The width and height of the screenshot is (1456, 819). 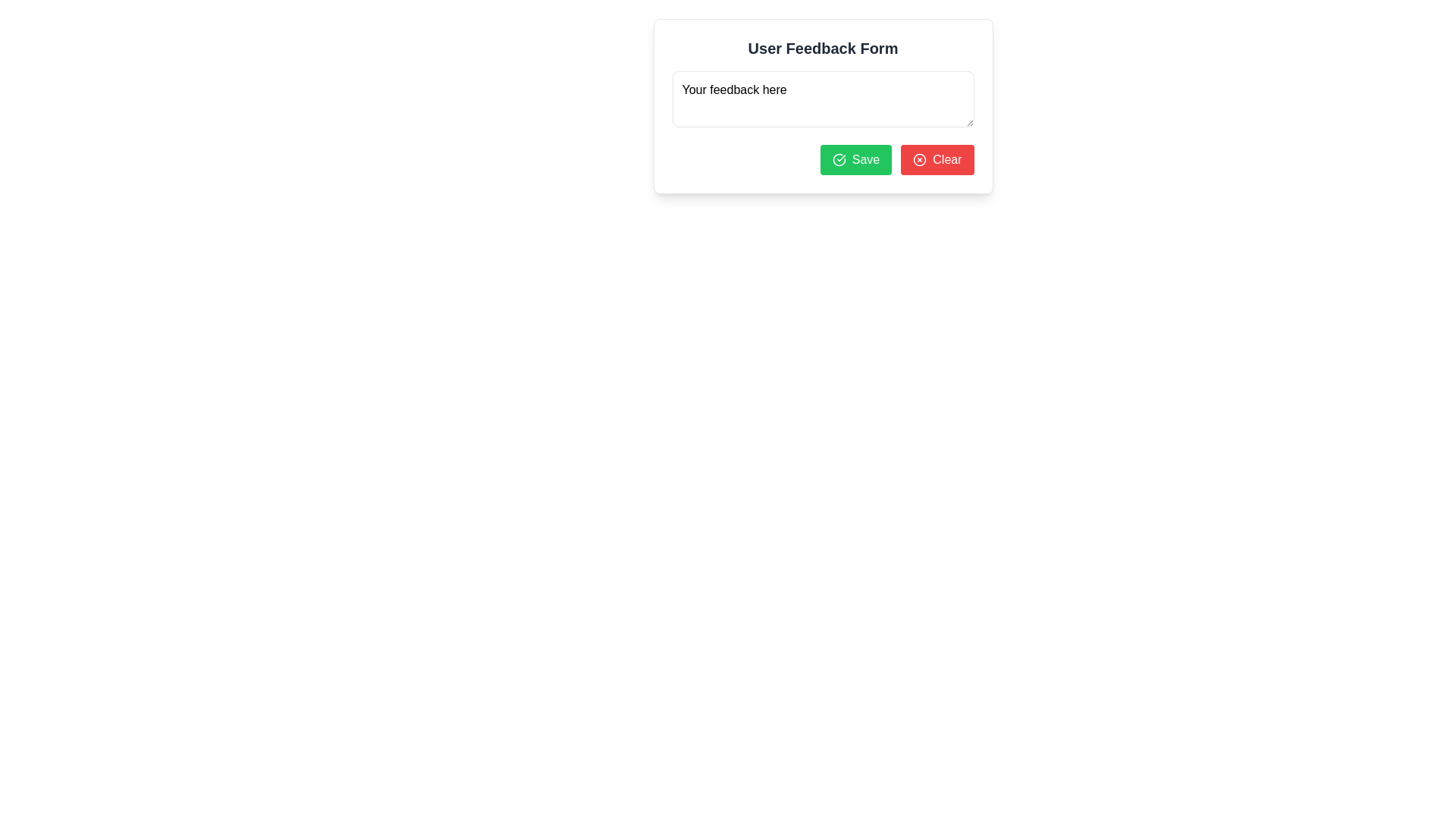 I want to click on the circular graphical representation within the icon located at the top right section of the interface, near the form's title, so click(x=919, y=160).